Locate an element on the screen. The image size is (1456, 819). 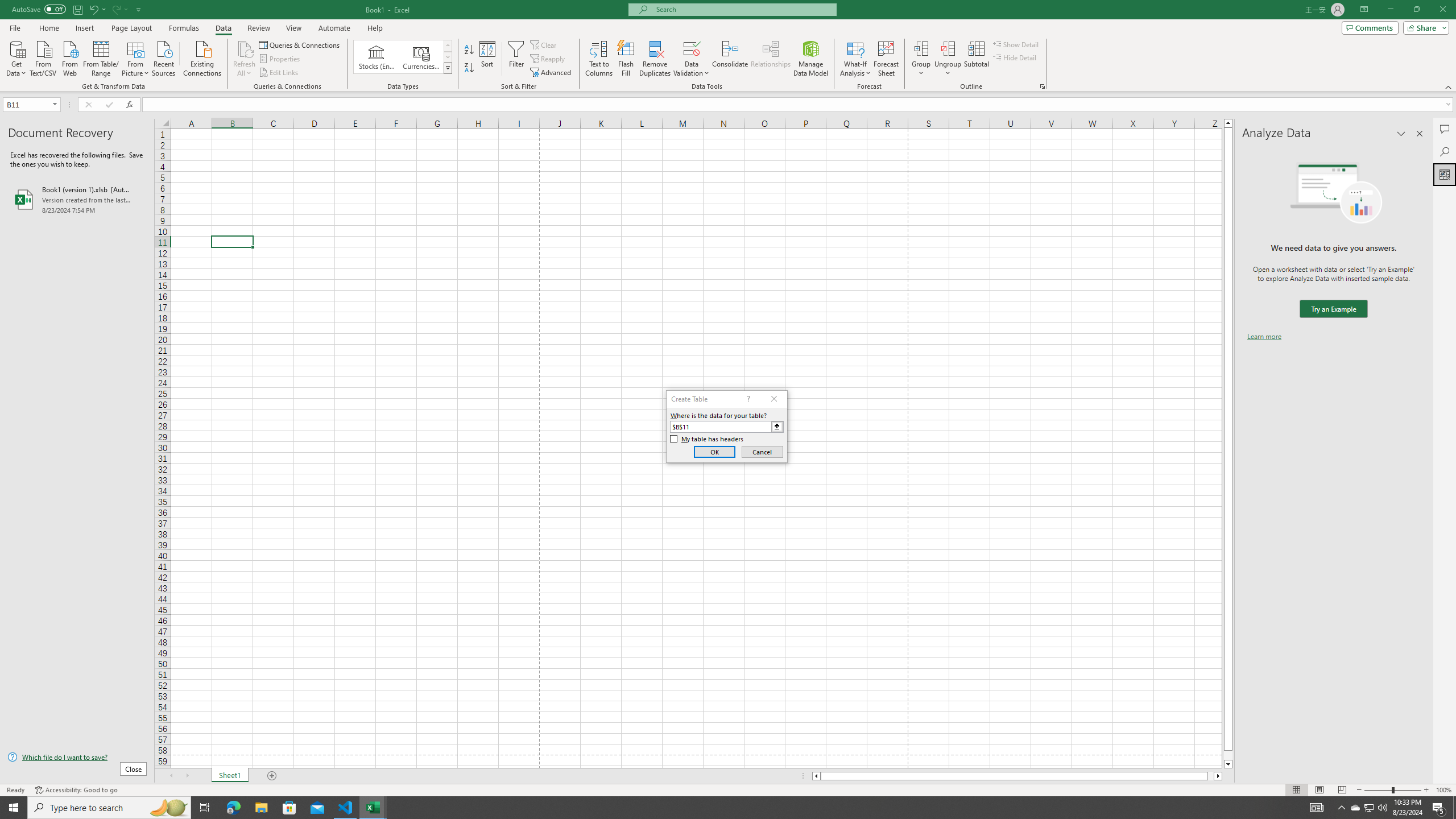
'Filter' is located at coordinates (515, 59).